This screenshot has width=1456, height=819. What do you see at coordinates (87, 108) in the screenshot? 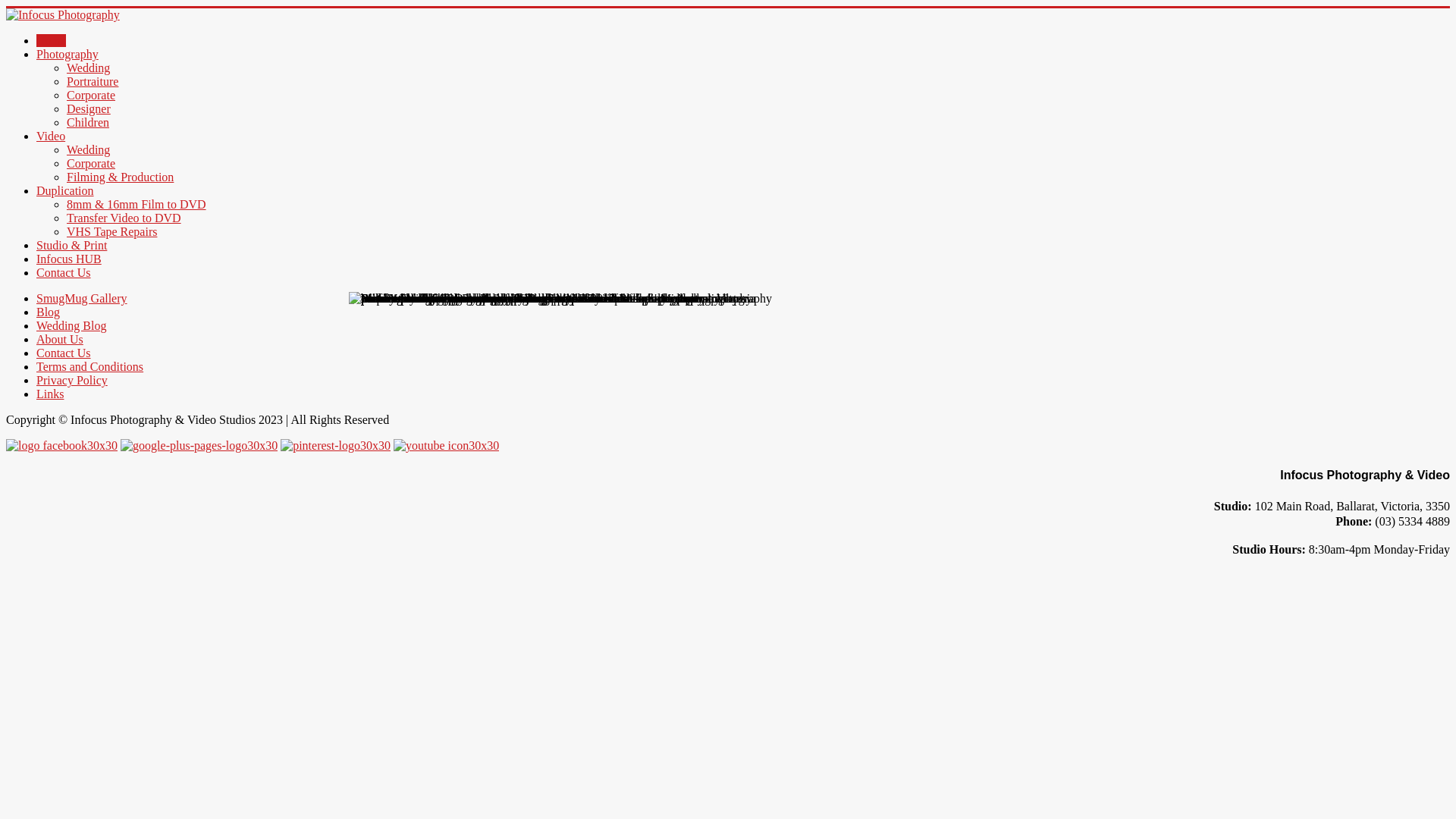
I see `'Designer'` at bounding box center [87, 108].